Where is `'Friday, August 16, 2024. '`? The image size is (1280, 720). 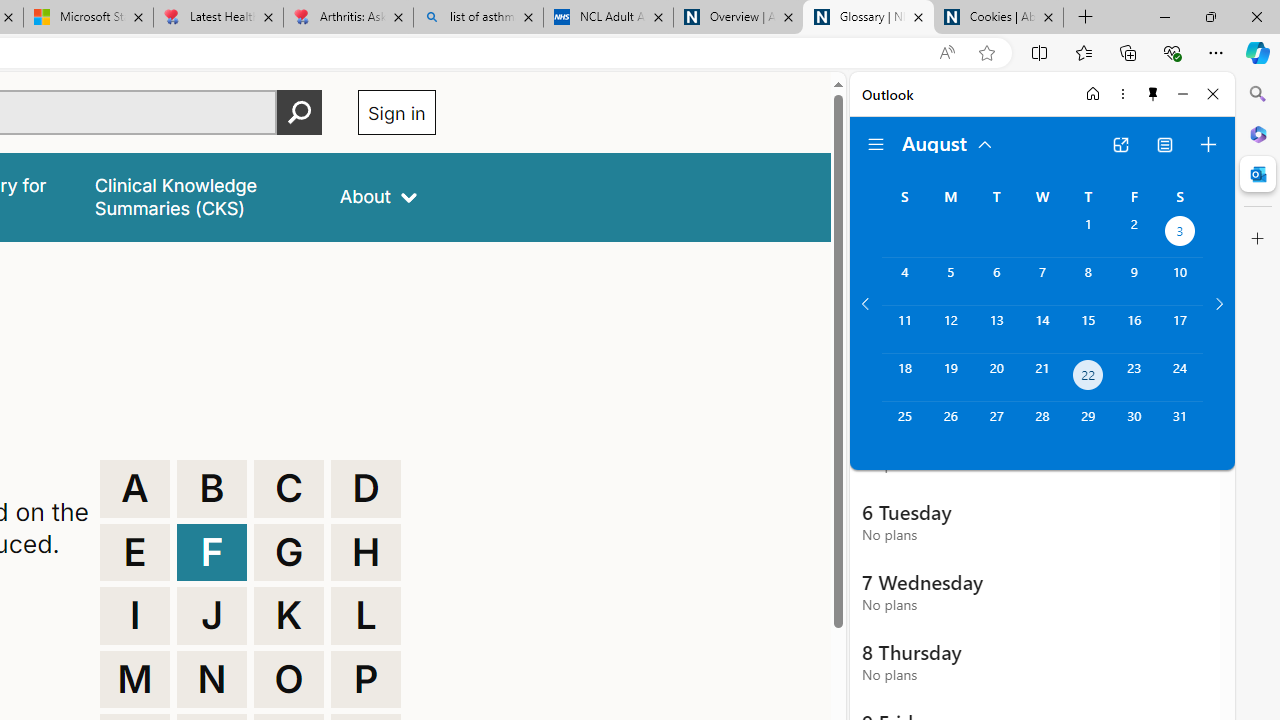 'Friday, August 16, 2024. ' is located at coordinates (1134, 328).